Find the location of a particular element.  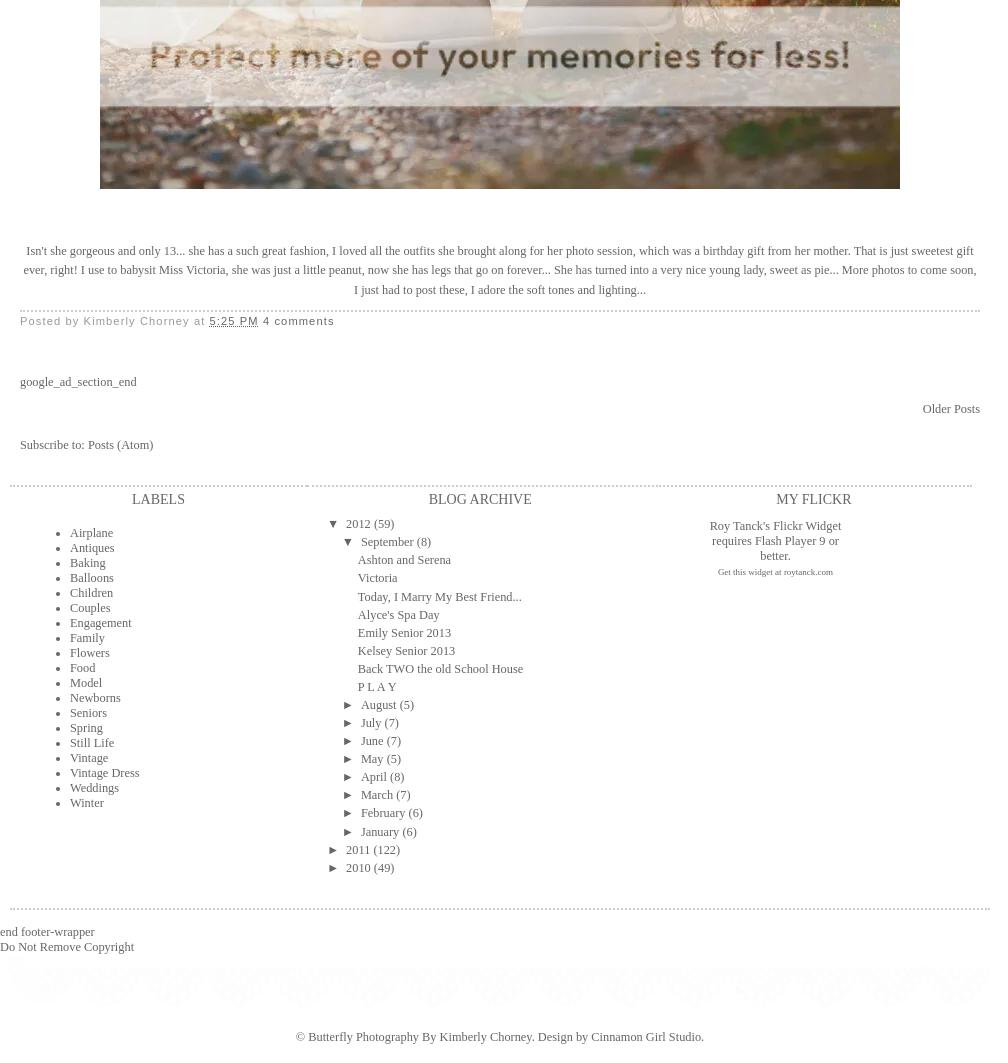

'Back TWO the old School House' is located at coordinates (439, 666).